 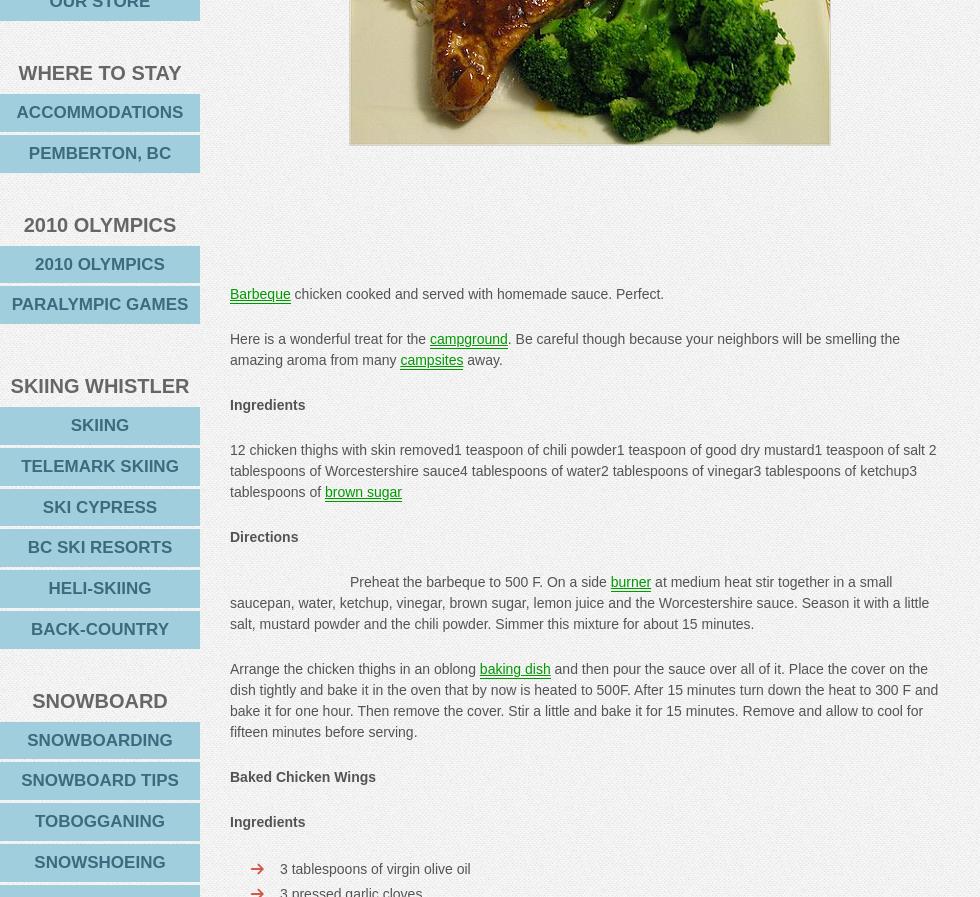 I want to click on 'campground', so click(x=468, y=337).